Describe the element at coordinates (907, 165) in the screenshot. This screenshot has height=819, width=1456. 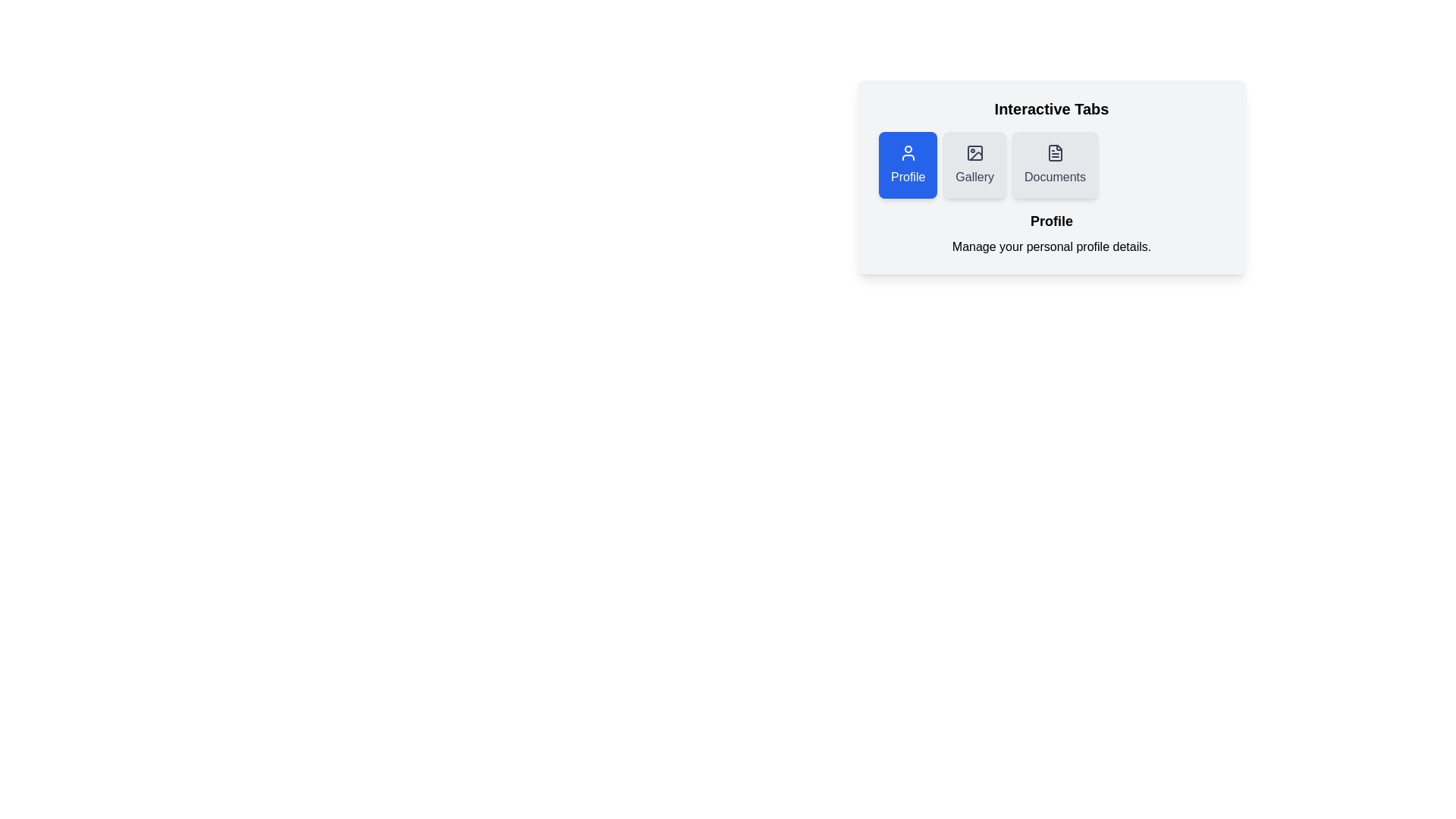
I see `the Profile tab by clicking on it` at that location.